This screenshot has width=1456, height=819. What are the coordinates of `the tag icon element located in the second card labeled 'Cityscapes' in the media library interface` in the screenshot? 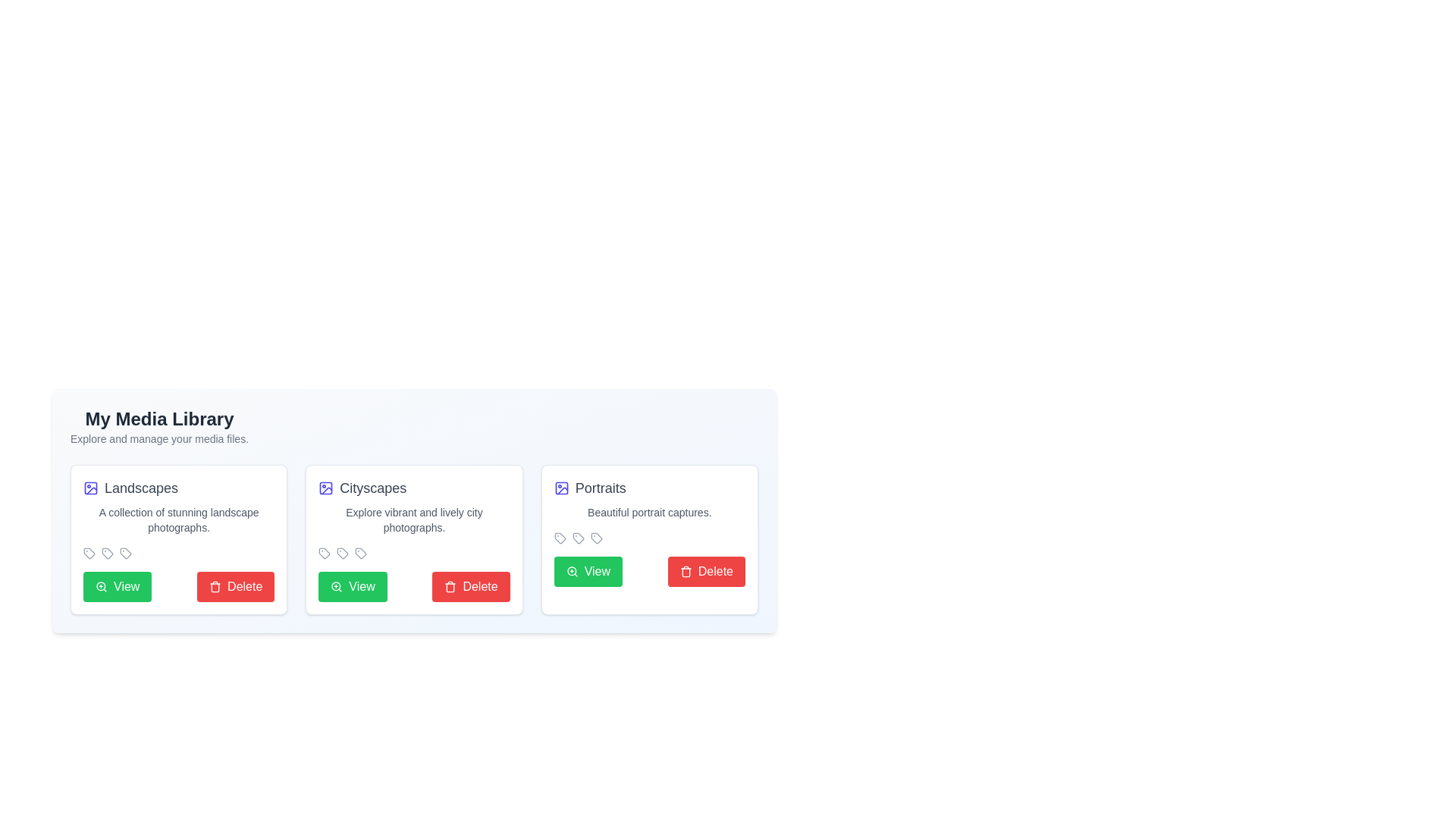 It's located at (342, 553).